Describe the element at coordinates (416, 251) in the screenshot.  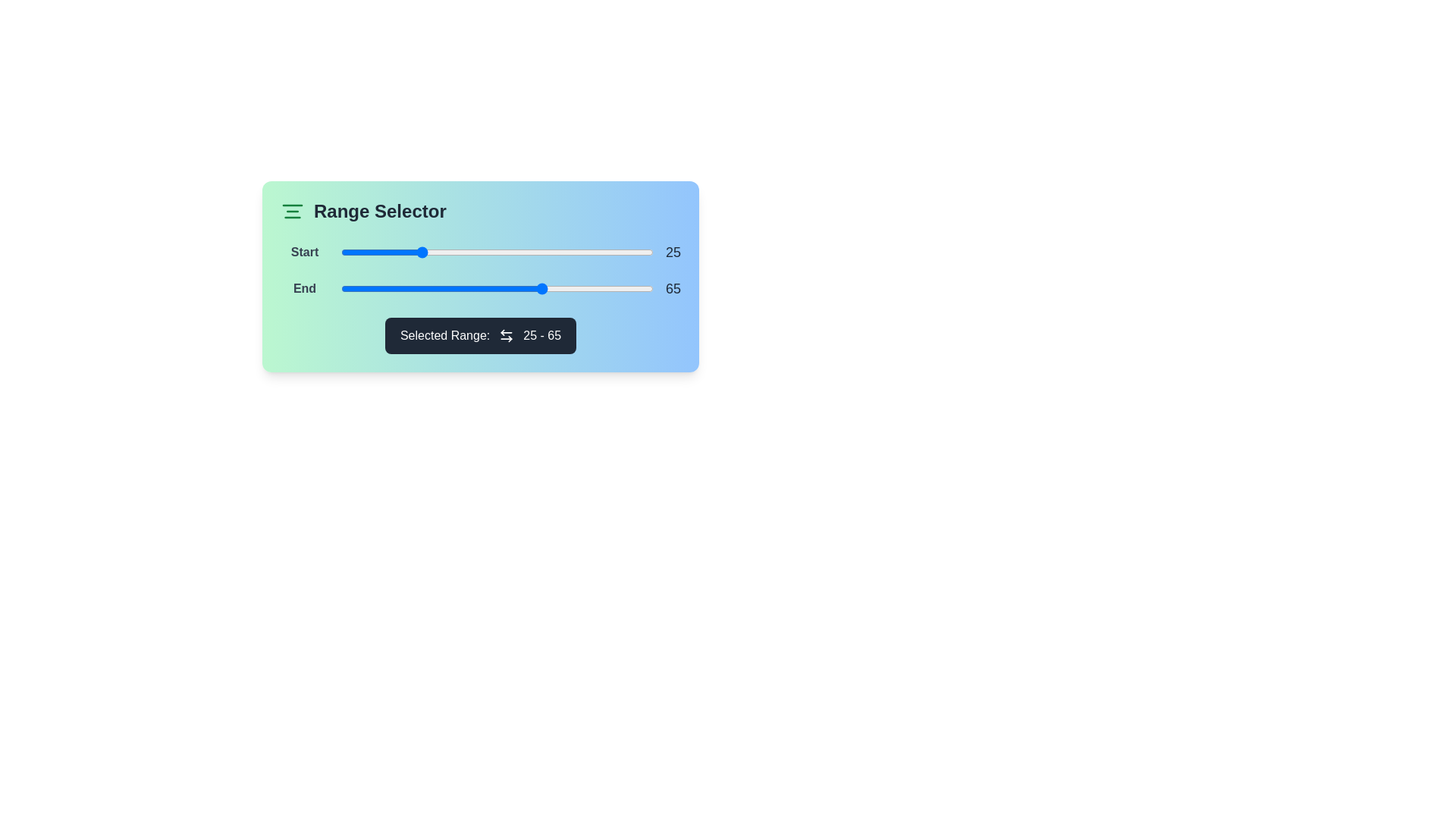
I see `the slider to set the range value to 24` at that location.